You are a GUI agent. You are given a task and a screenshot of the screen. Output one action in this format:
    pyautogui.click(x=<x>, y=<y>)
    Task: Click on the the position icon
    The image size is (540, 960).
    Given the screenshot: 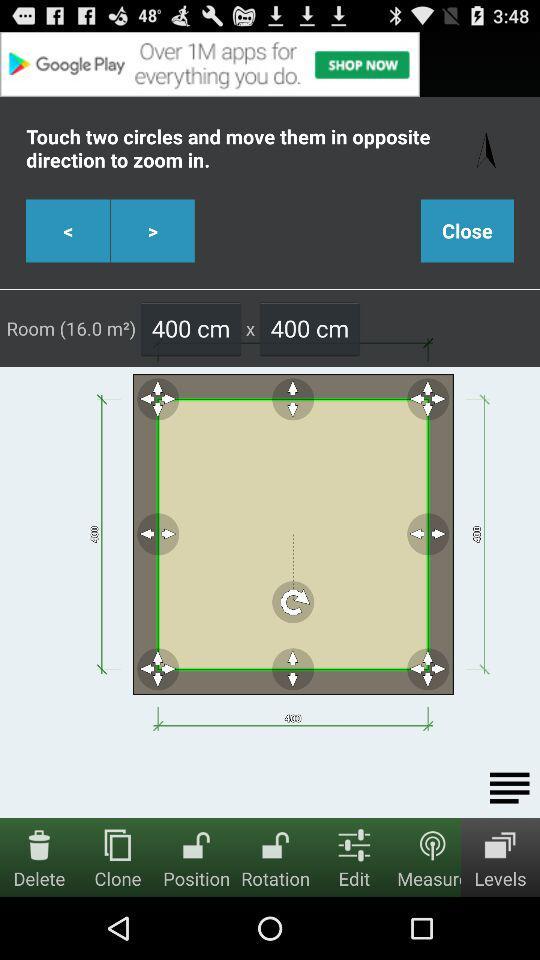 What is the action you would take?
    pyautogui.click(x=196, y=843)
    